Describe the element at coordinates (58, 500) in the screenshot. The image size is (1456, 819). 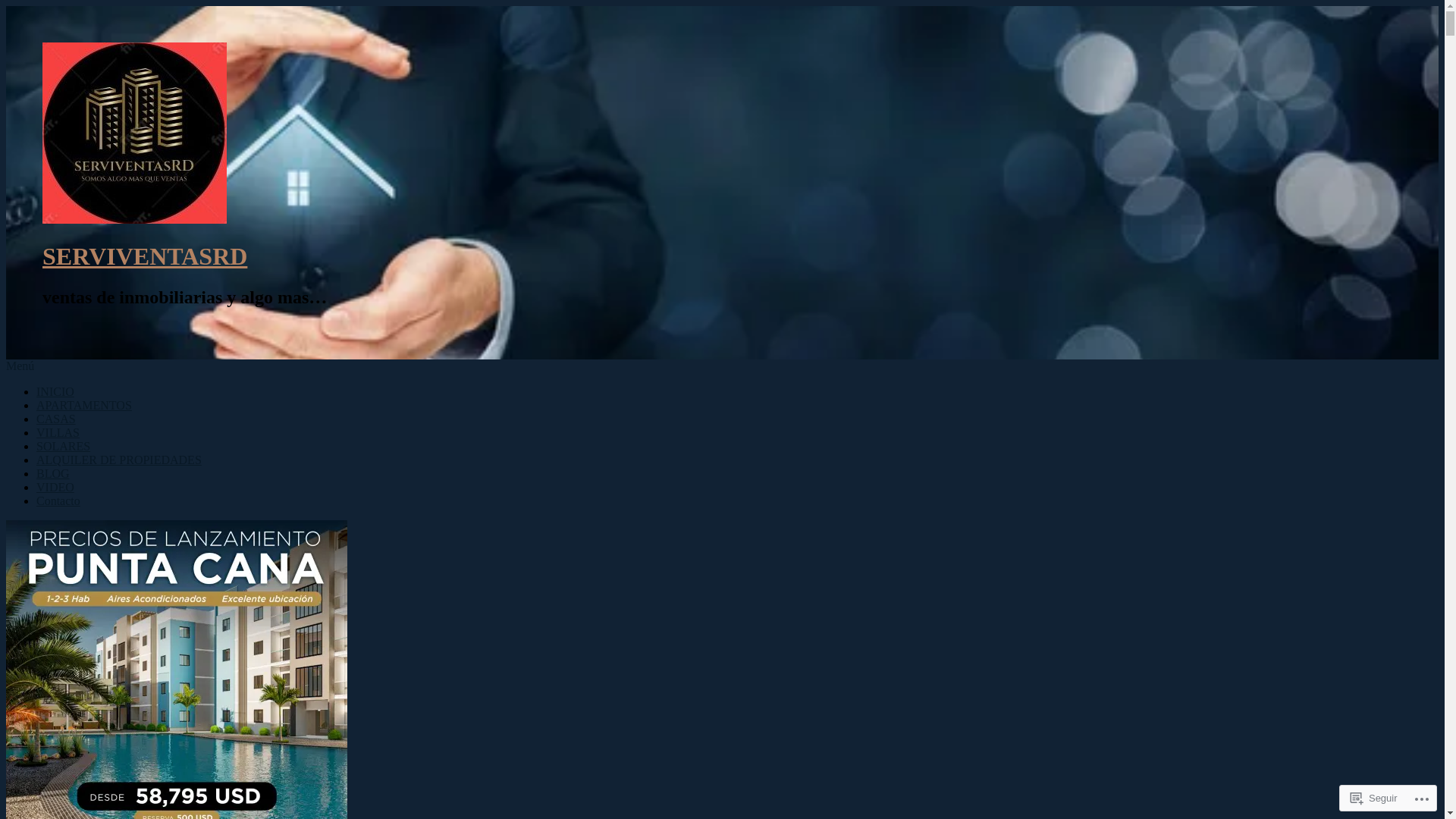
I see `'Contacto'` at that location.